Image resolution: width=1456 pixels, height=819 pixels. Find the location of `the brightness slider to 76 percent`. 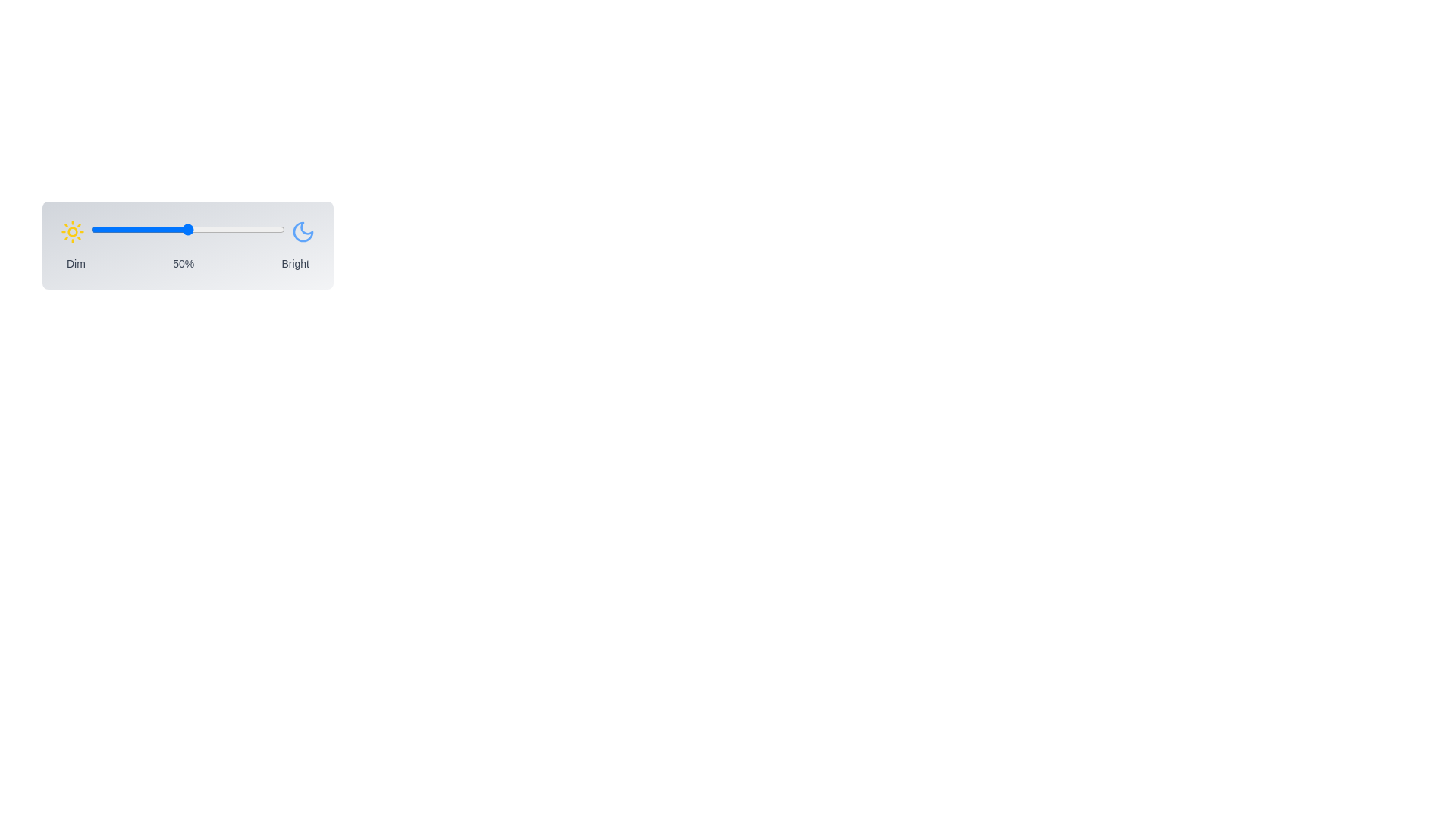

the brightness slider to 76 percent is located at coordinates (237, 230).